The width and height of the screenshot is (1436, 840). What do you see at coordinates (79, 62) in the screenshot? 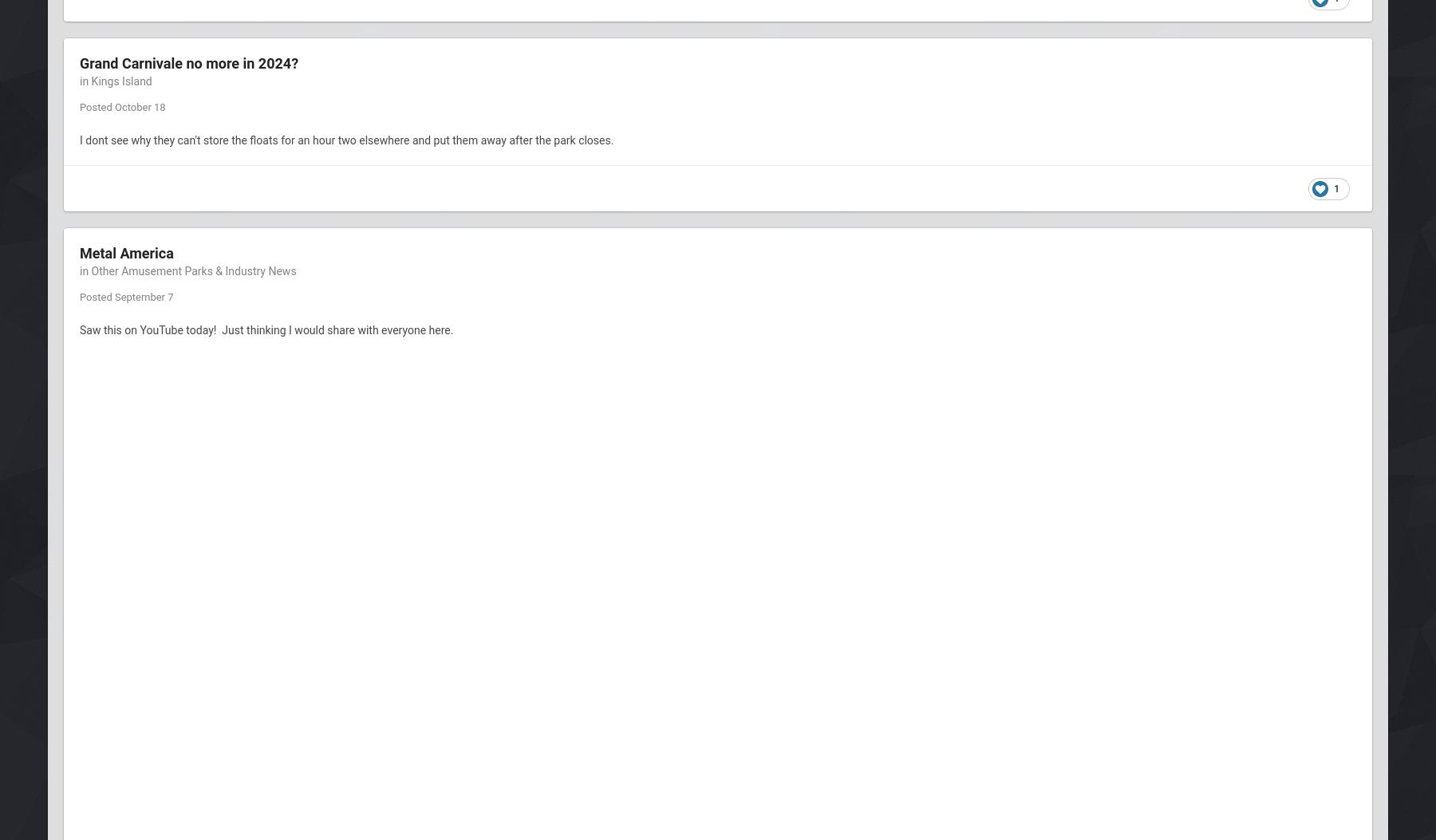
I see `'Grand Carnivale no more in 2024?'` at bounding box center [79, 62].